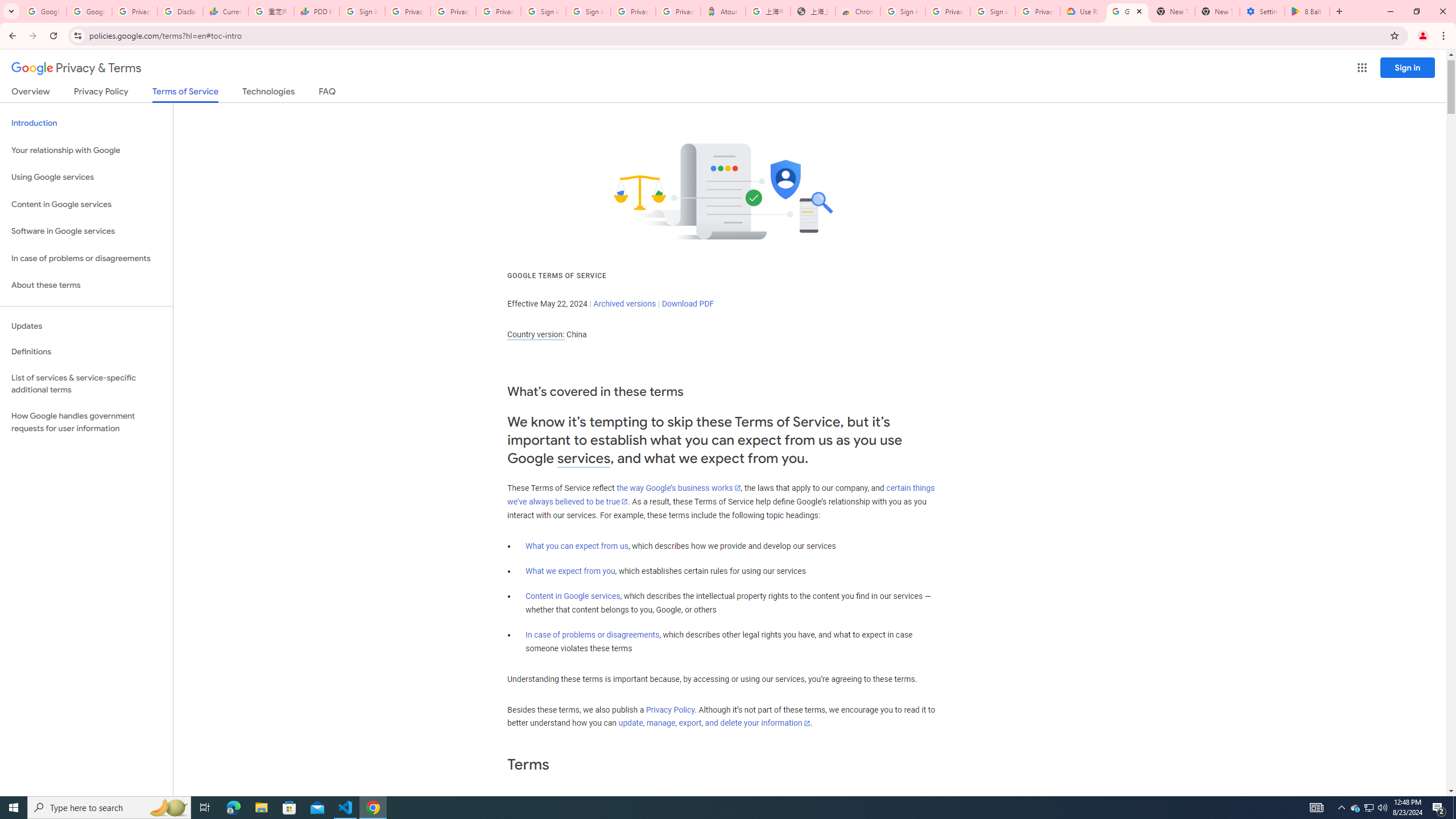 Image resolution: width=1456 pixels, height=819 pixels. What do you see at coordinates (225, 11) in the screenshot?
I see `'Currencies - Google Finance'` at bounding box center [225, 11].